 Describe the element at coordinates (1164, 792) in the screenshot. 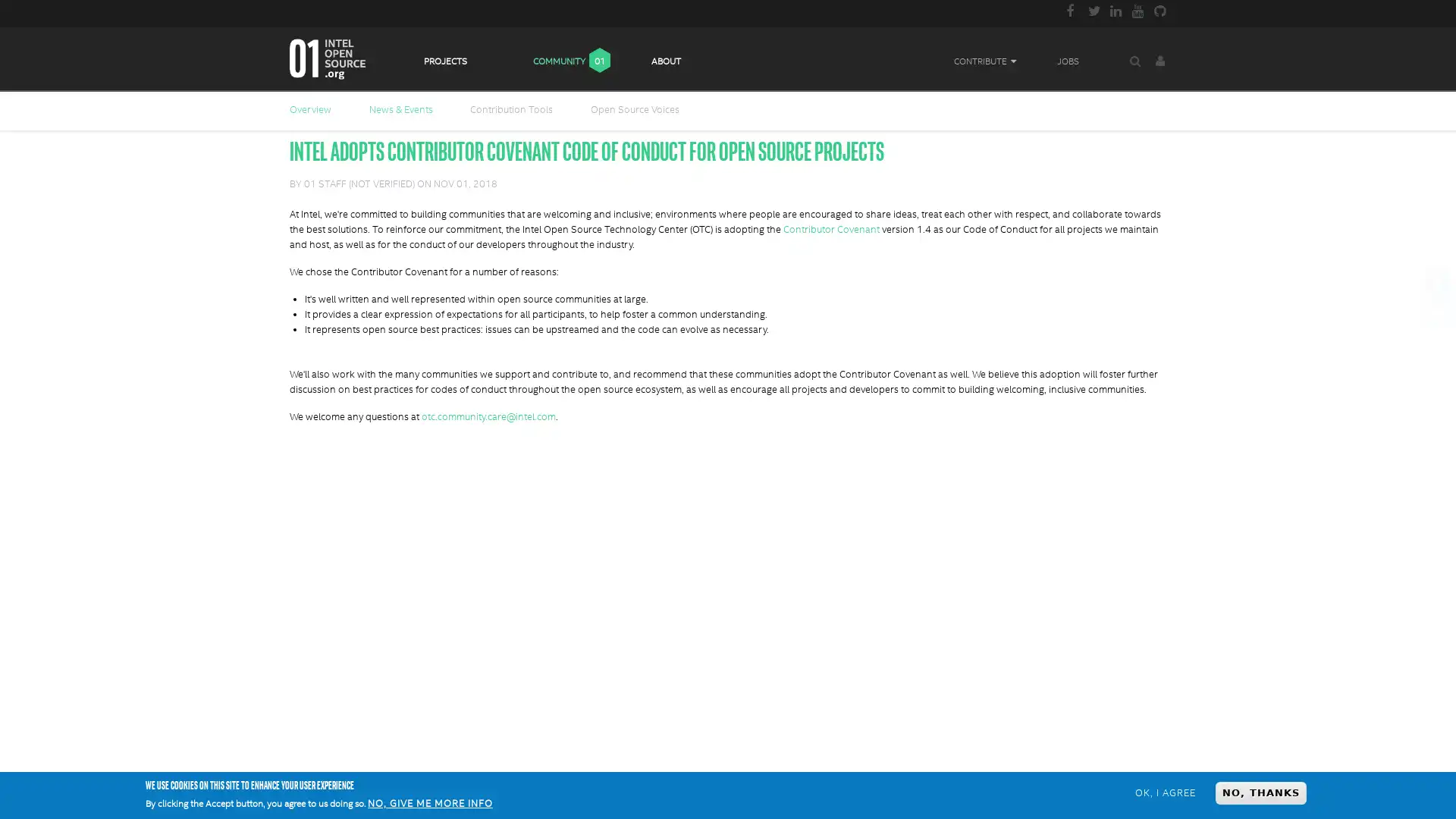

I see `OK, I AGREE` at that location.